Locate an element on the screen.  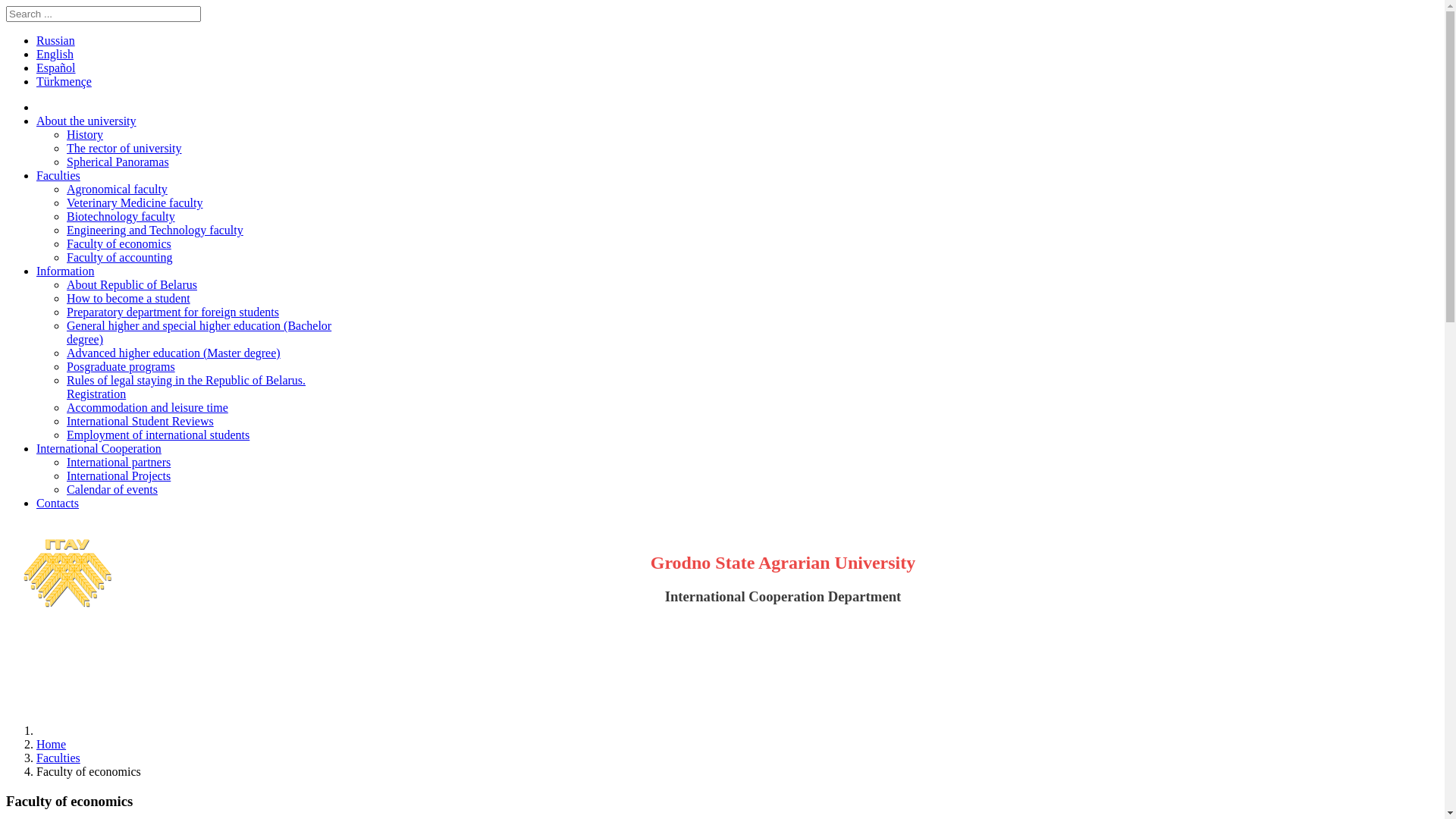
'Faculty of accounting' is located at coordinates (65, 256).